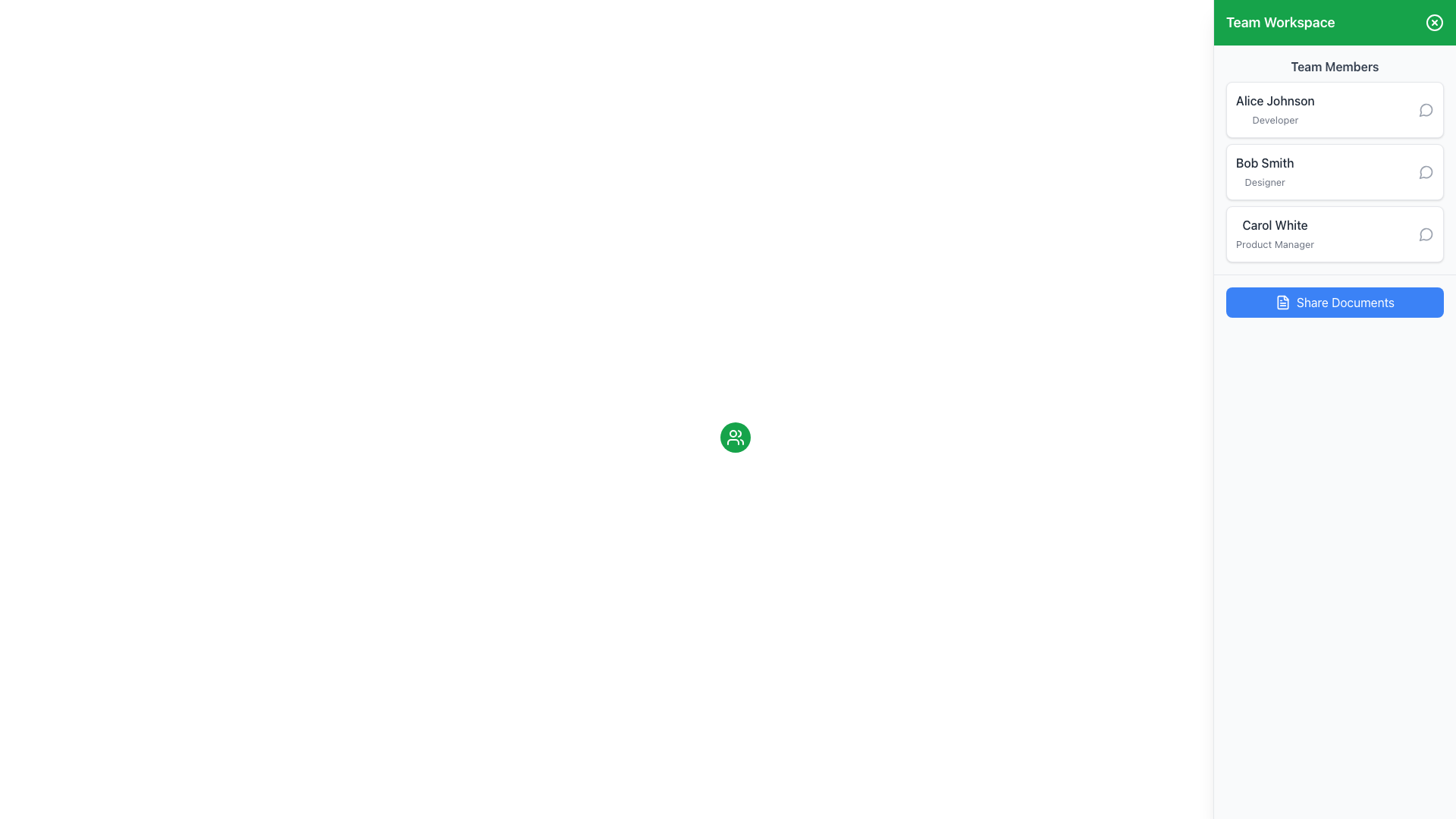 This screenshot has height=819, width=1456. I want to click on the Text Label that identifies the role or position of 'Carol White' within the 'Team Members' panel, located directly below the text 'Carol White', so click(1274, 243).